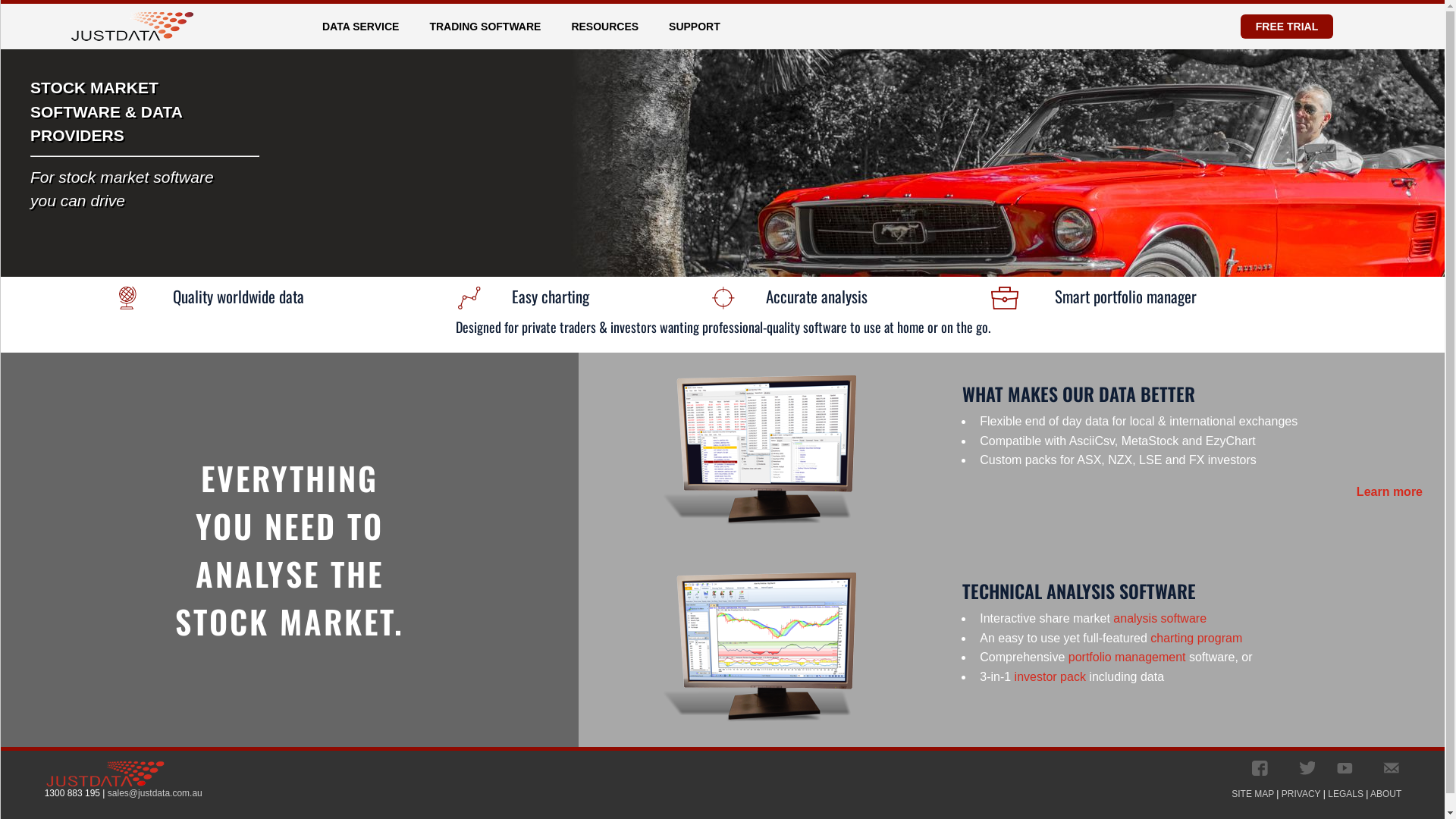 The width and height of the screenshot is (1456, 819). I want to click on 'JustData's Facebook Page', so click(1260, 768).